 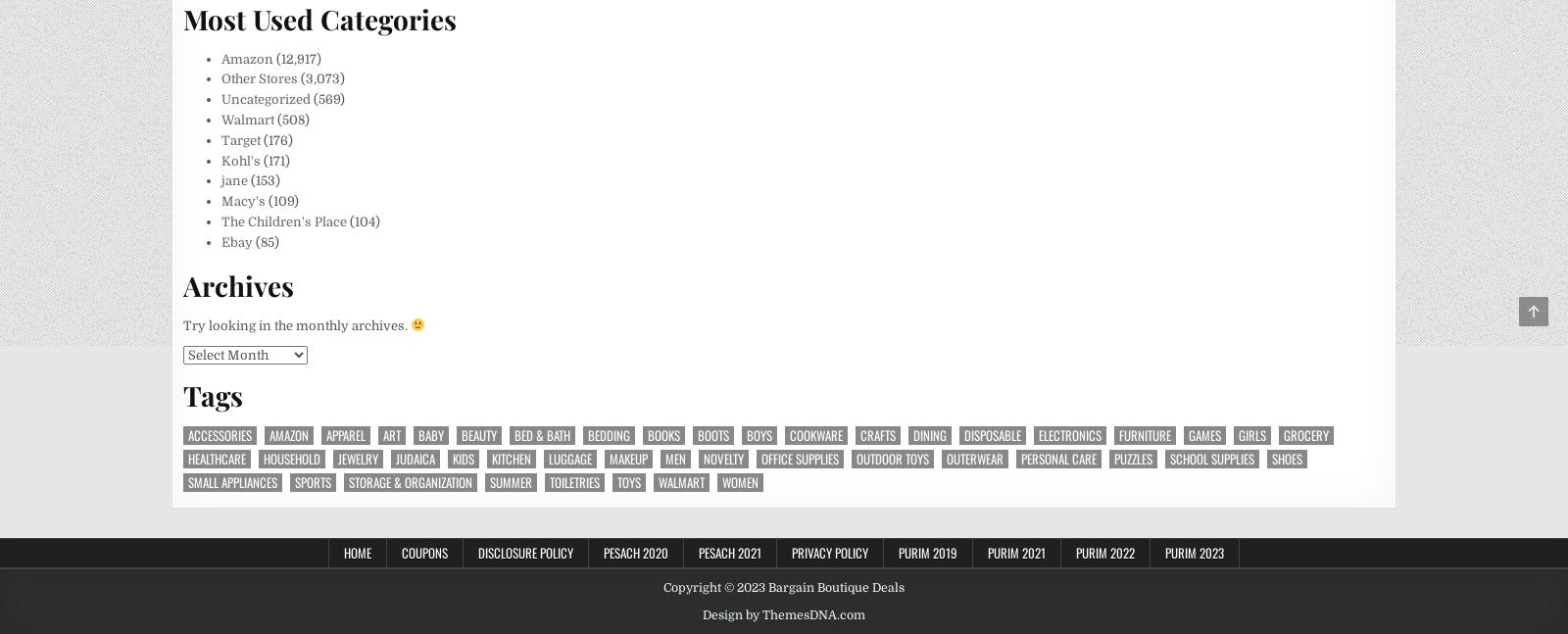 What do you see at coordinates (310, 98) in the screenshot?
I see `'(569)'` at bounding box center [310, 98].